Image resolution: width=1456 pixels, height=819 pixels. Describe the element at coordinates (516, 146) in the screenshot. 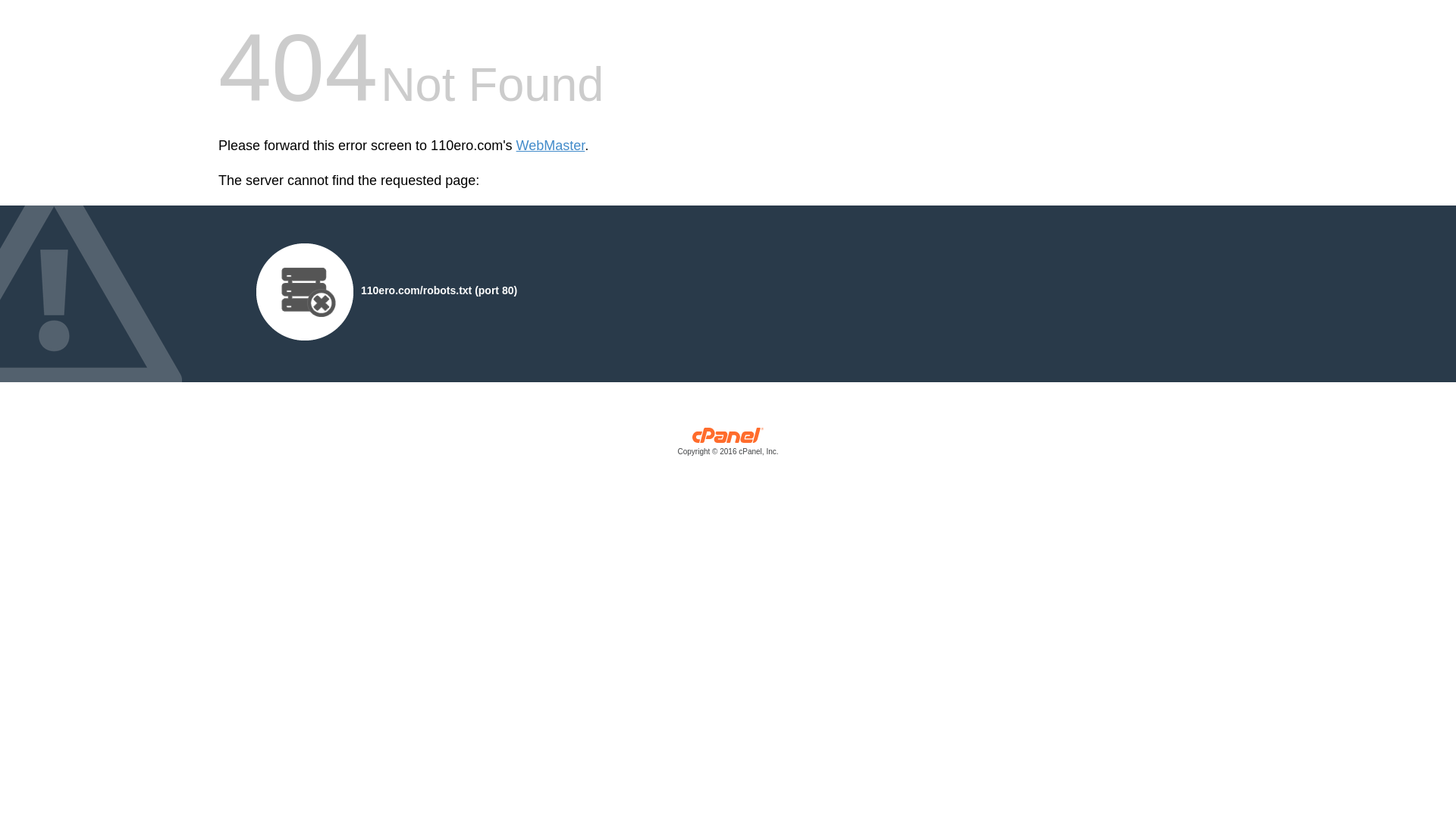

I see `'WebMaster'` at that location.